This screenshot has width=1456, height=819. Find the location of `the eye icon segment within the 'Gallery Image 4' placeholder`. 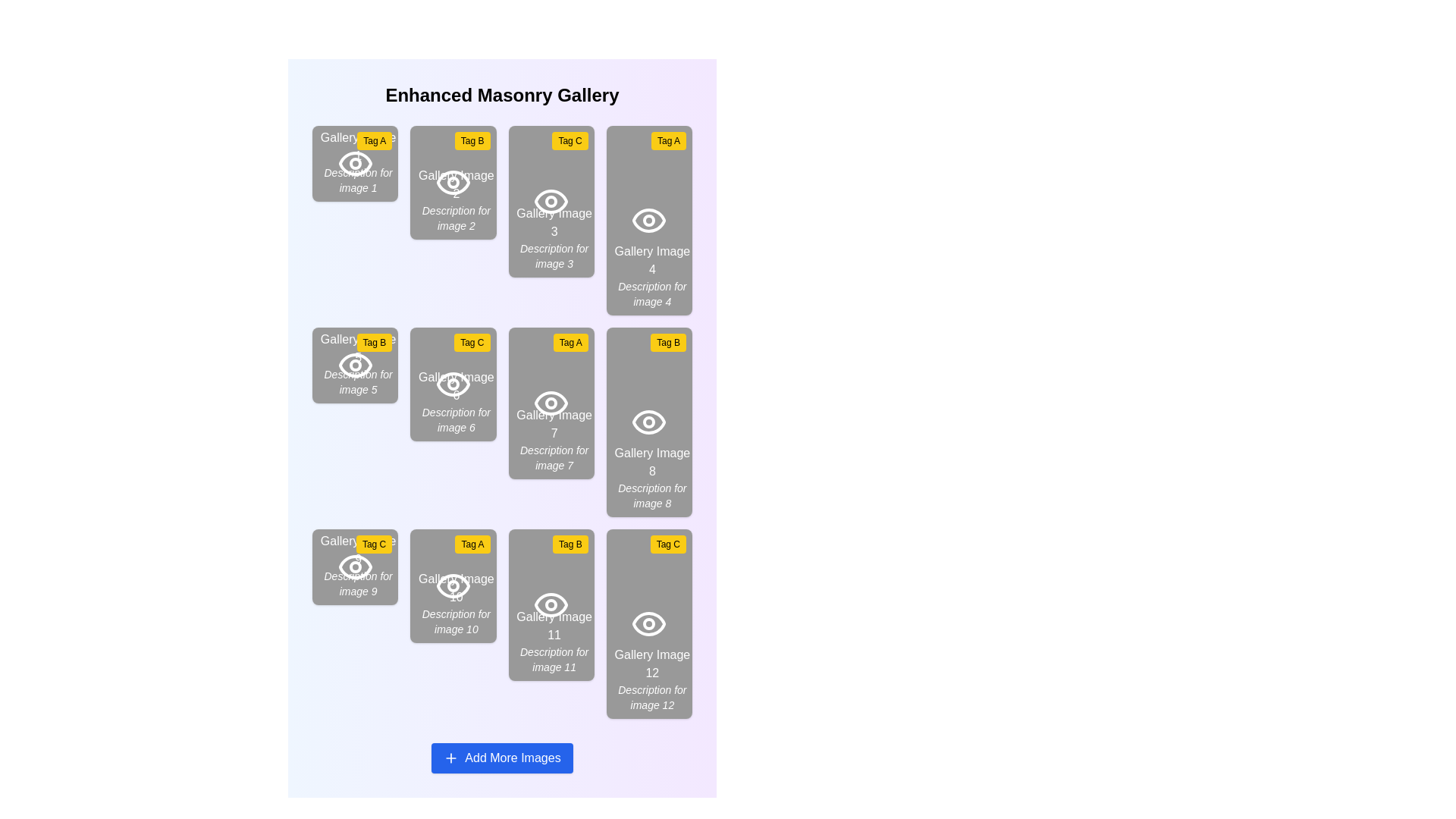

the eye icon segment within the 'Gallery Image 4' placeholder is located at coordinates (648, 220).